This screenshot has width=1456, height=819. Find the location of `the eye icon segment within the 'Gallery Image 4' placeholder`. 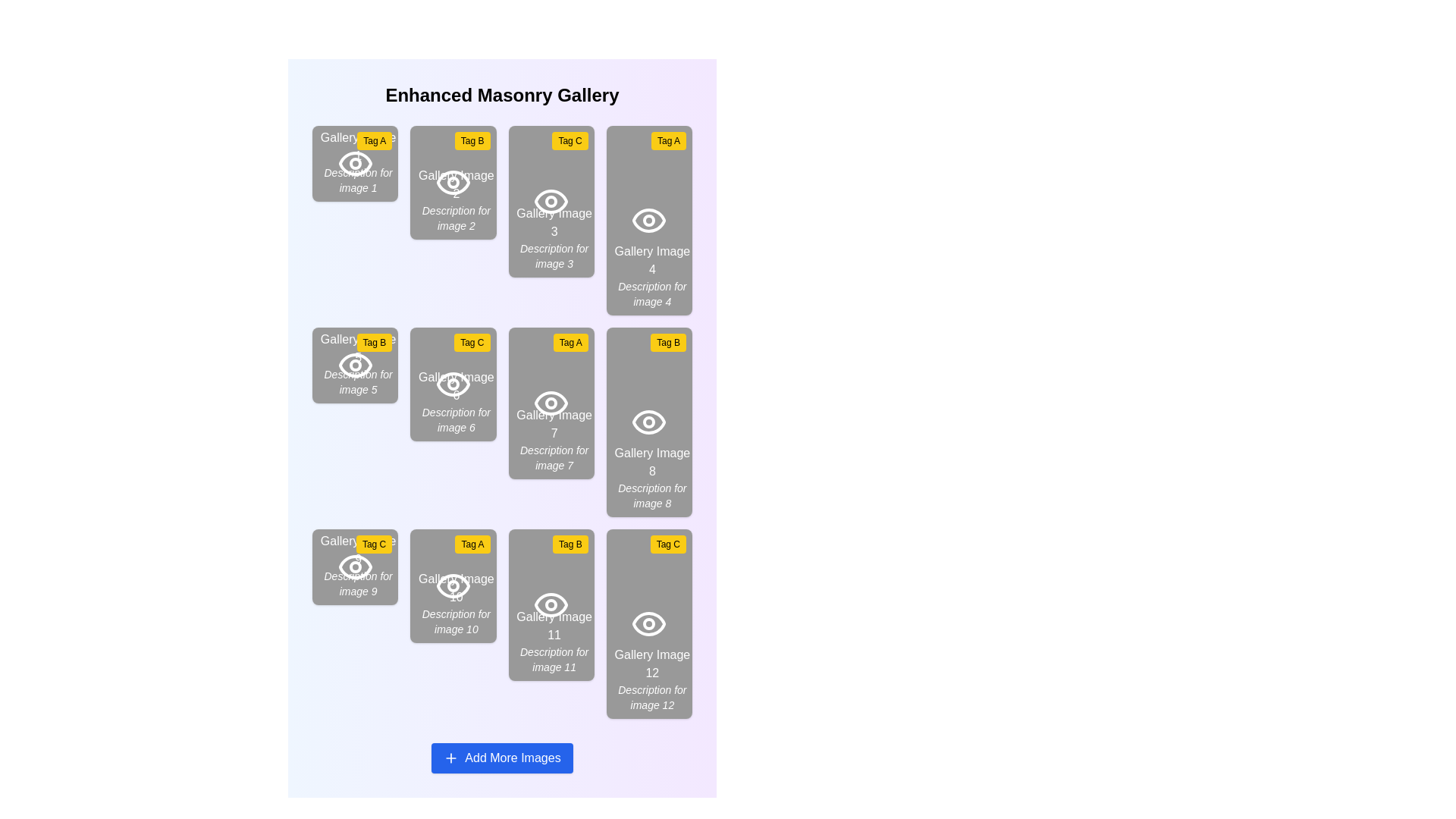

the eye icon segment within the 'Gallery Image 4' placeholder is located at coordinates (648, 220).